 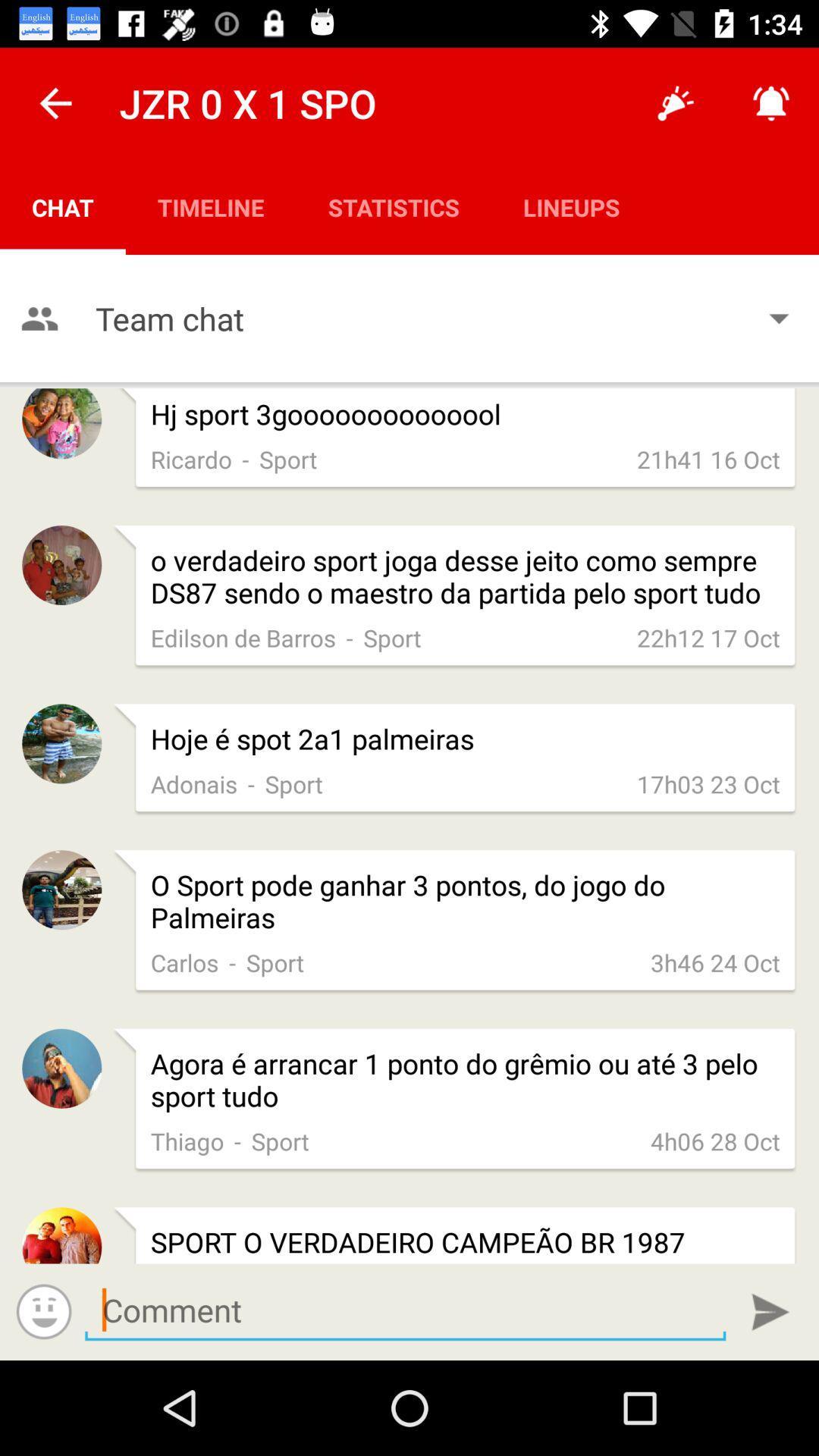 What do you see at coordinates (404, 1310) in the screenshot?
I see `next message` at bounding box center [404, 1310].